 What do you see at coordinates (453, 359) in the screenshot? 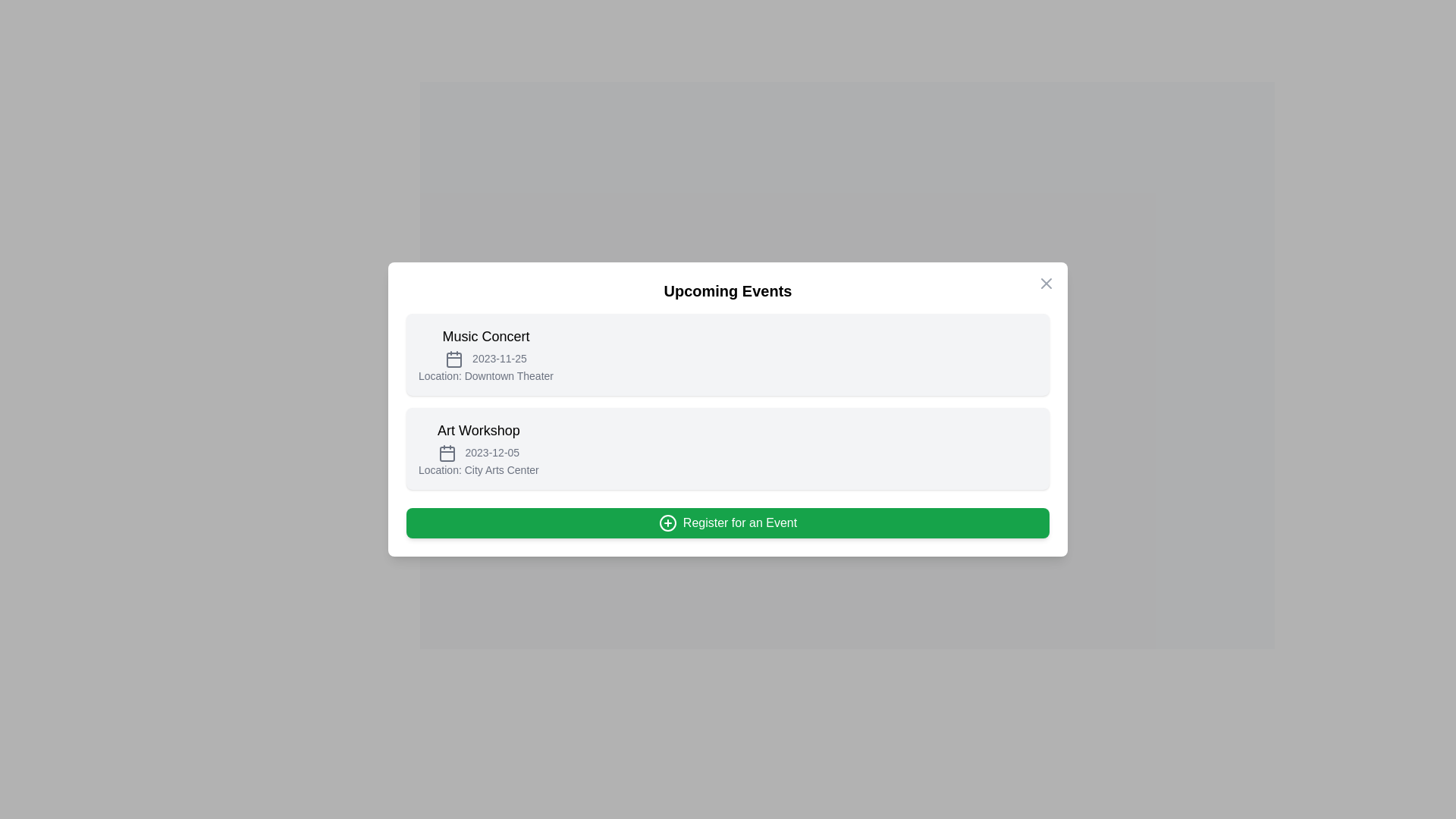
I see `the small rectangle with rounded corners that represents the body of the calendar icon, located left of the date '2023-11-25' in the 'Upcoming Events' list` at bounding box center [453, 359].